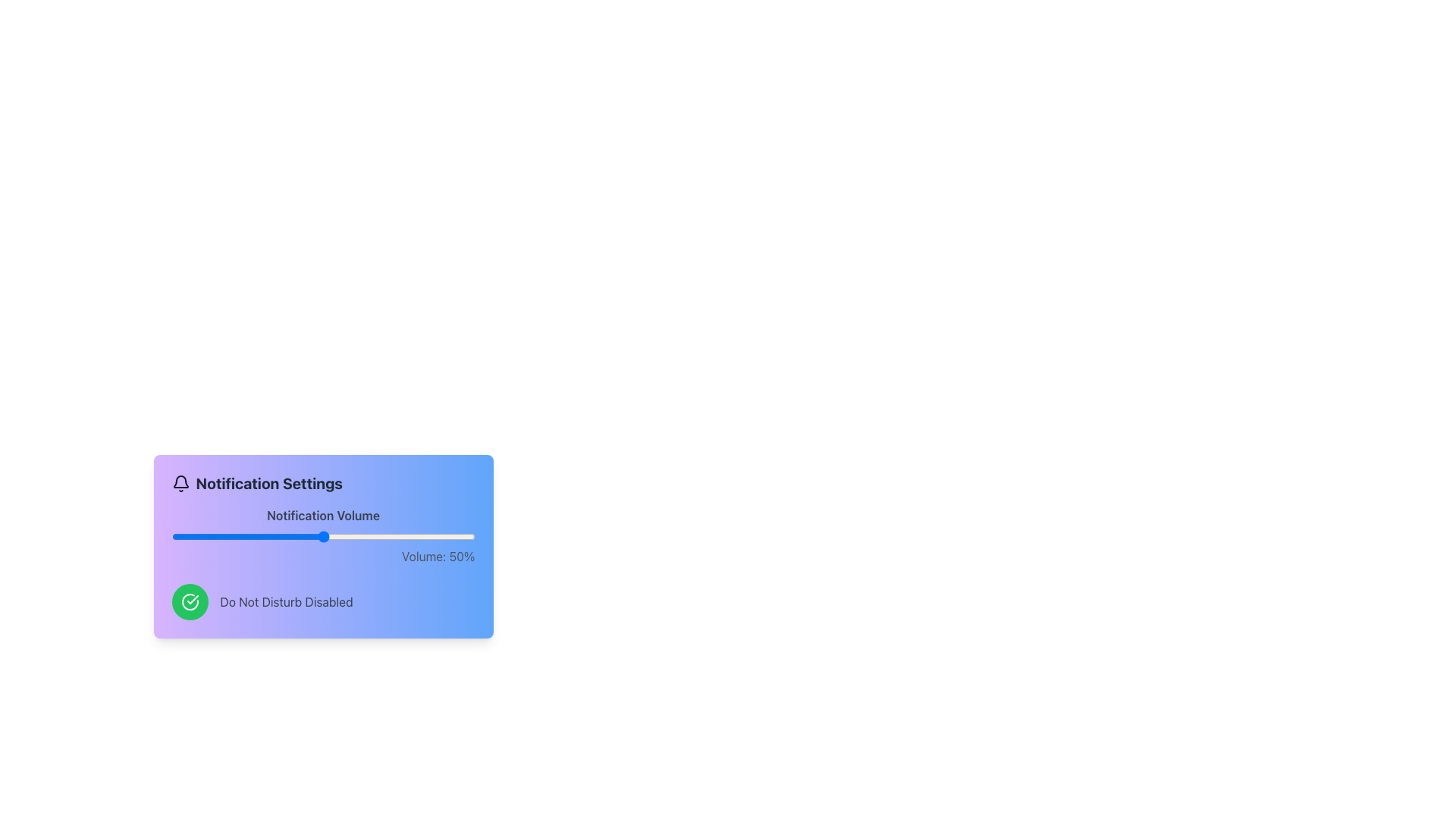  I want to click on the green circular icon indicating 'Do Not Disturb Disabled' status to interact with it and potentially toggle the setting, so click(192, 598).